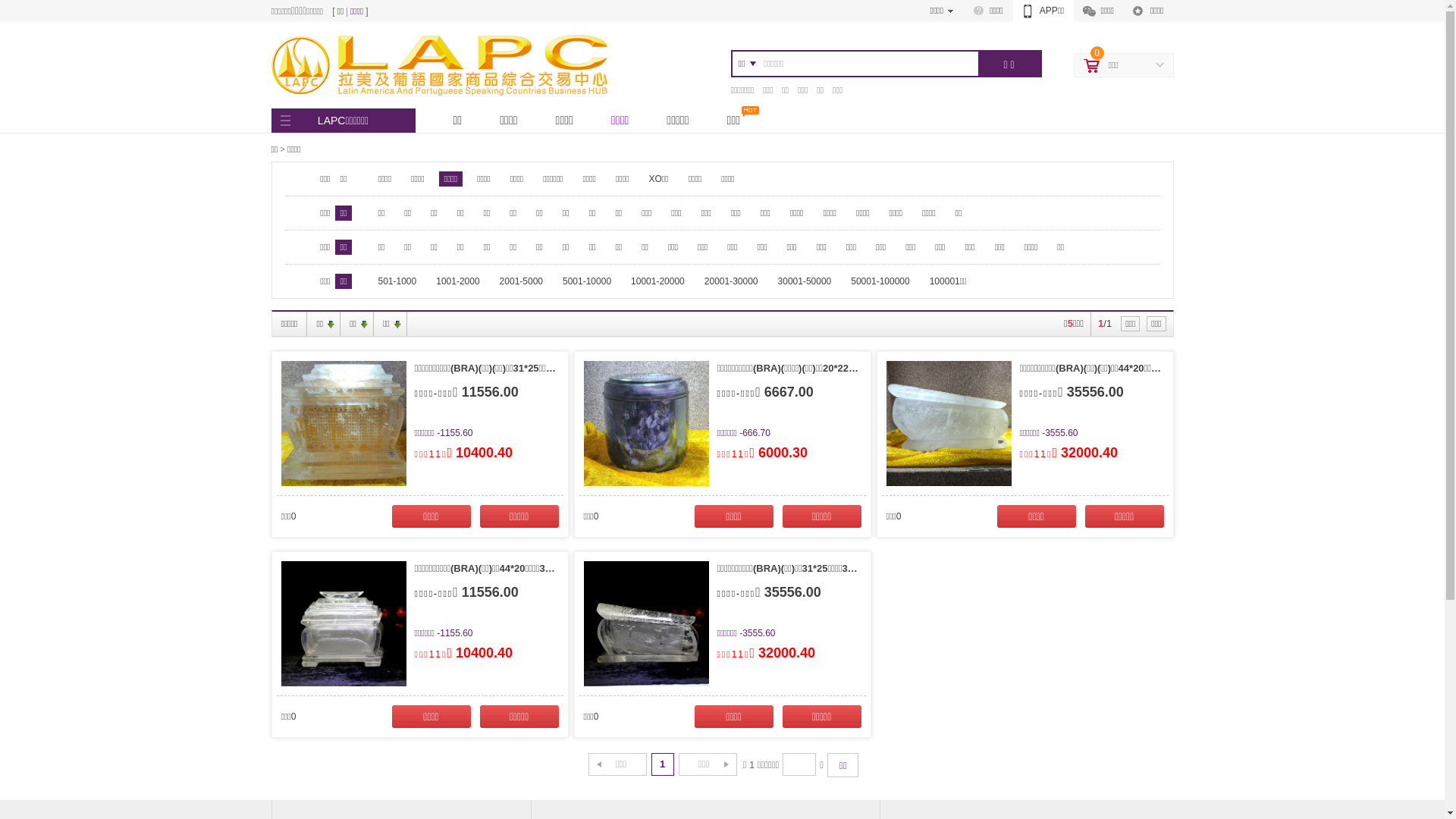 This screenshot has width=1456, height=819. Describe the element at coordinates (804, 281) in the screenshot. I see `'30001-50000'` at that location.